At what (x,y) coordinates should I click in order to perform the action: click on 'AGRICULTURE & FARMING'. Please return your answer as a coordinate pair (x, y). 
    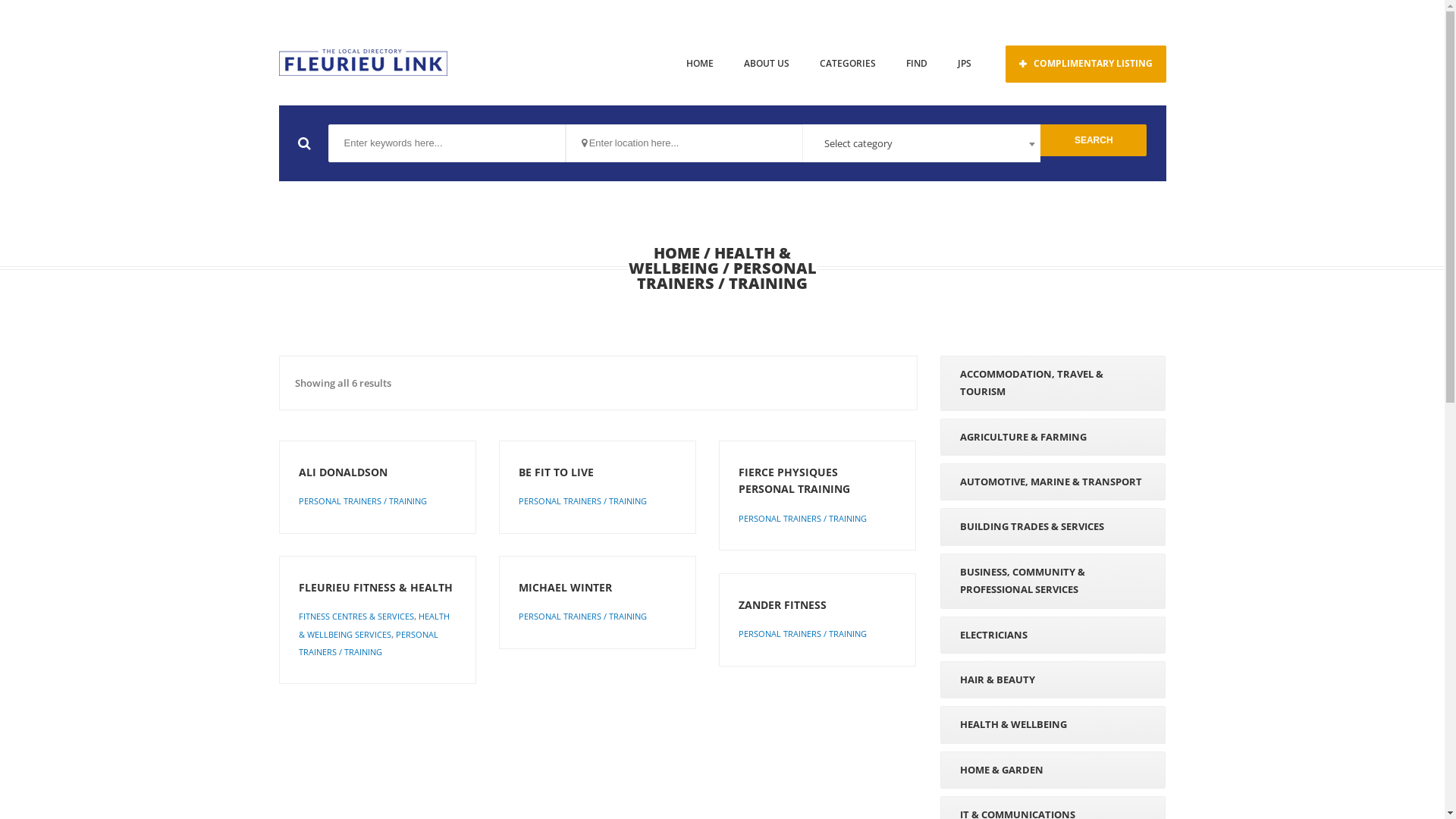
    Looking at the image, I should click on (1052, 437).